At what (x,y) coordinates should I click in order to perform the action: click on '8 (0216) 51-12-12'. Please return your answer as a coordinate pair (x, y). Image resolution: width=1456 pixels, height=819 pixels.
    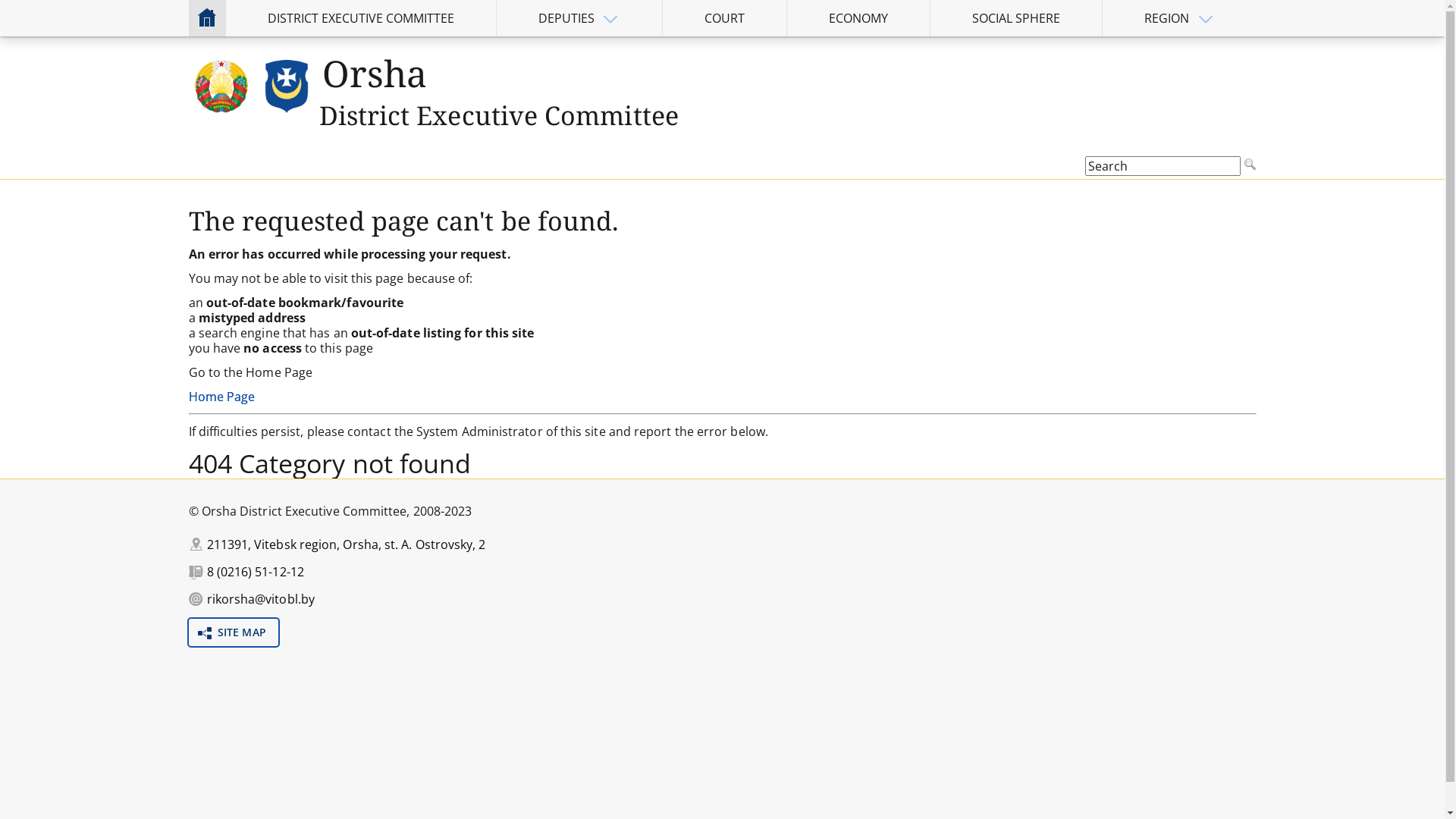
    Looking at the image, I should click on (255, 571).